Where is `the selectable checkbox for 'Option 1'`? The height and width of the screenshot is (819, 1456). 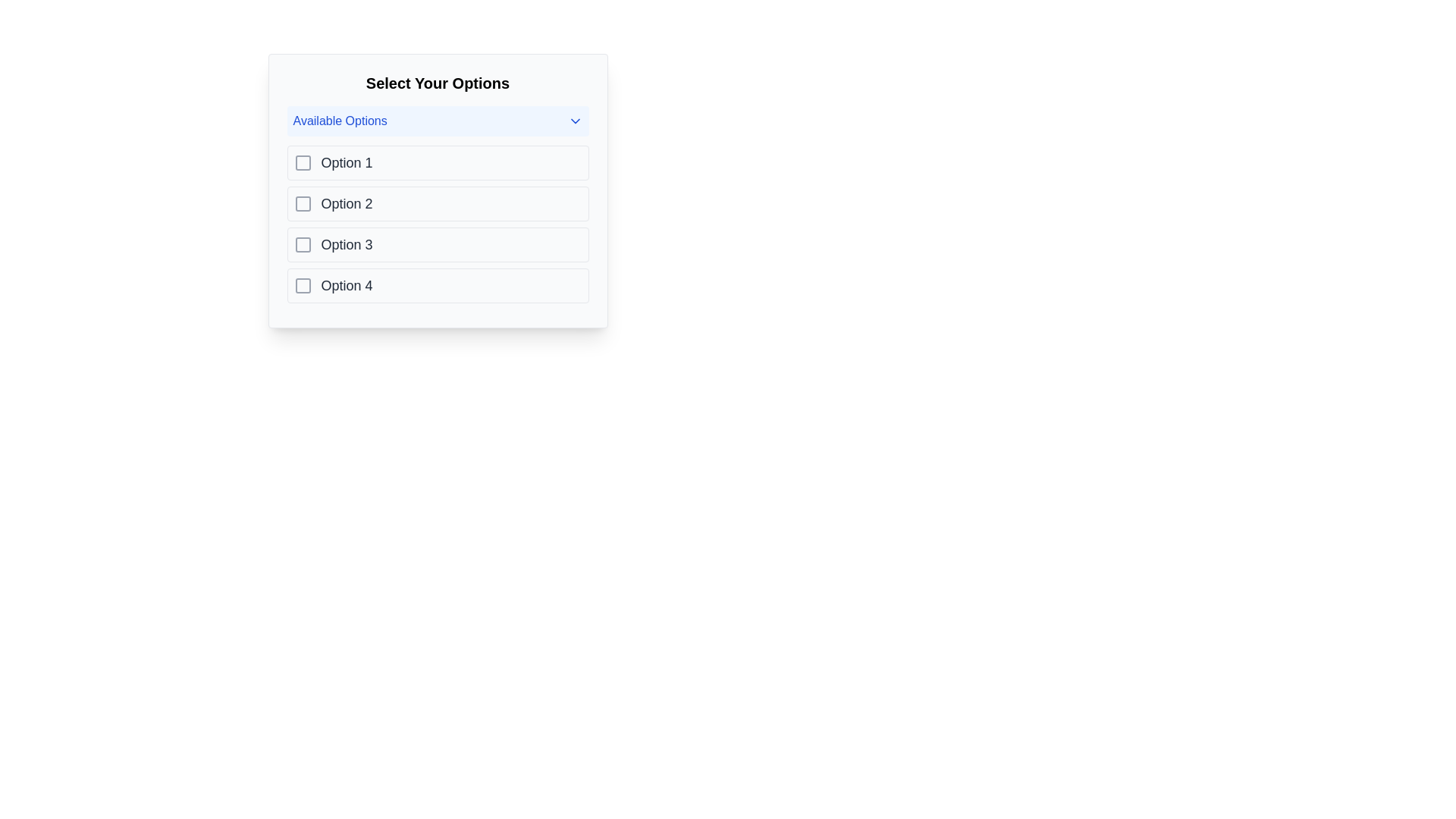 the selectable checkbox for 'Option 1' is located at coordinates (303, 163).